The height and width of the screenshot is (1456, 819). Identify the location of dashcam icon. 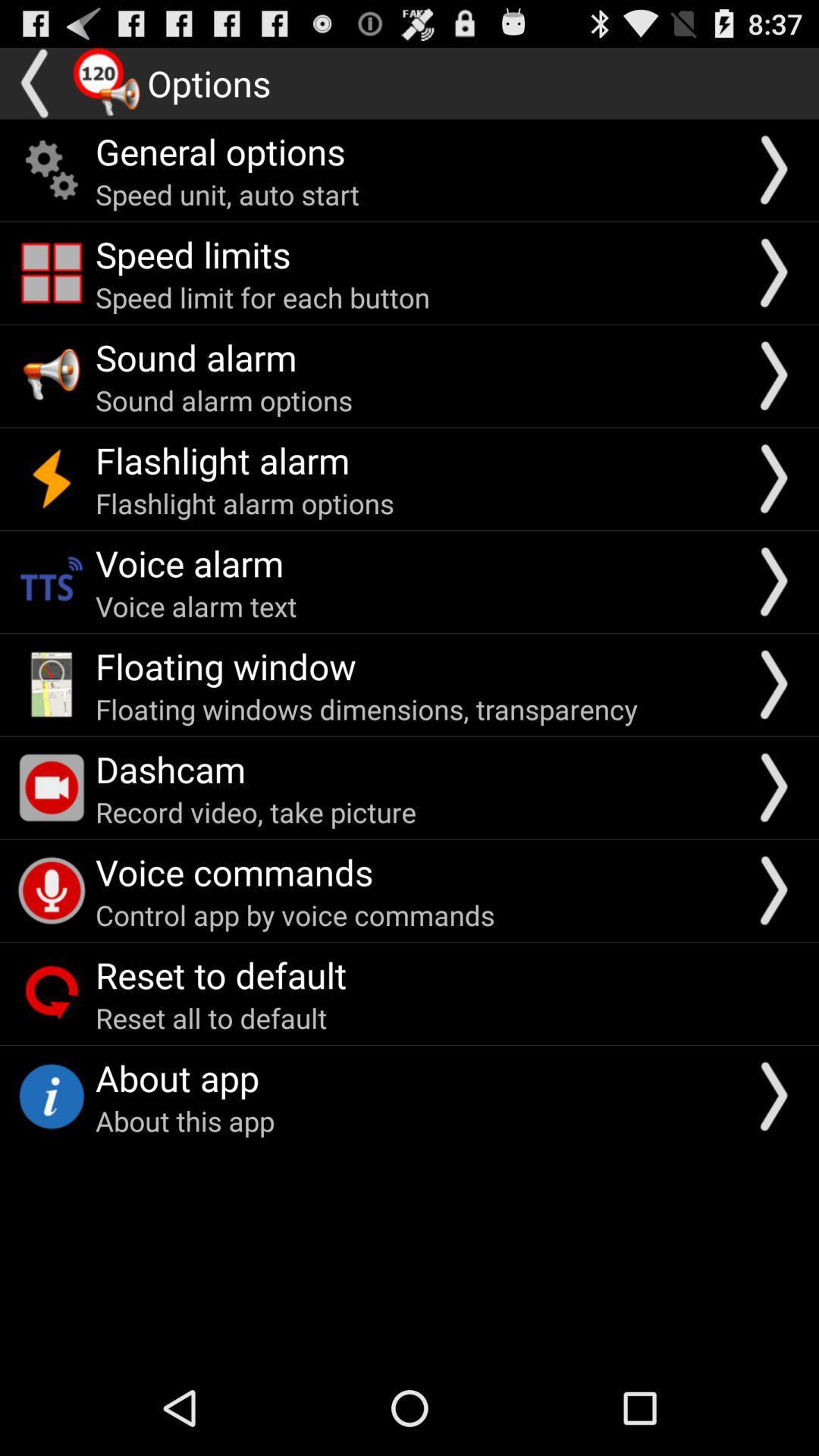
(170, 769).